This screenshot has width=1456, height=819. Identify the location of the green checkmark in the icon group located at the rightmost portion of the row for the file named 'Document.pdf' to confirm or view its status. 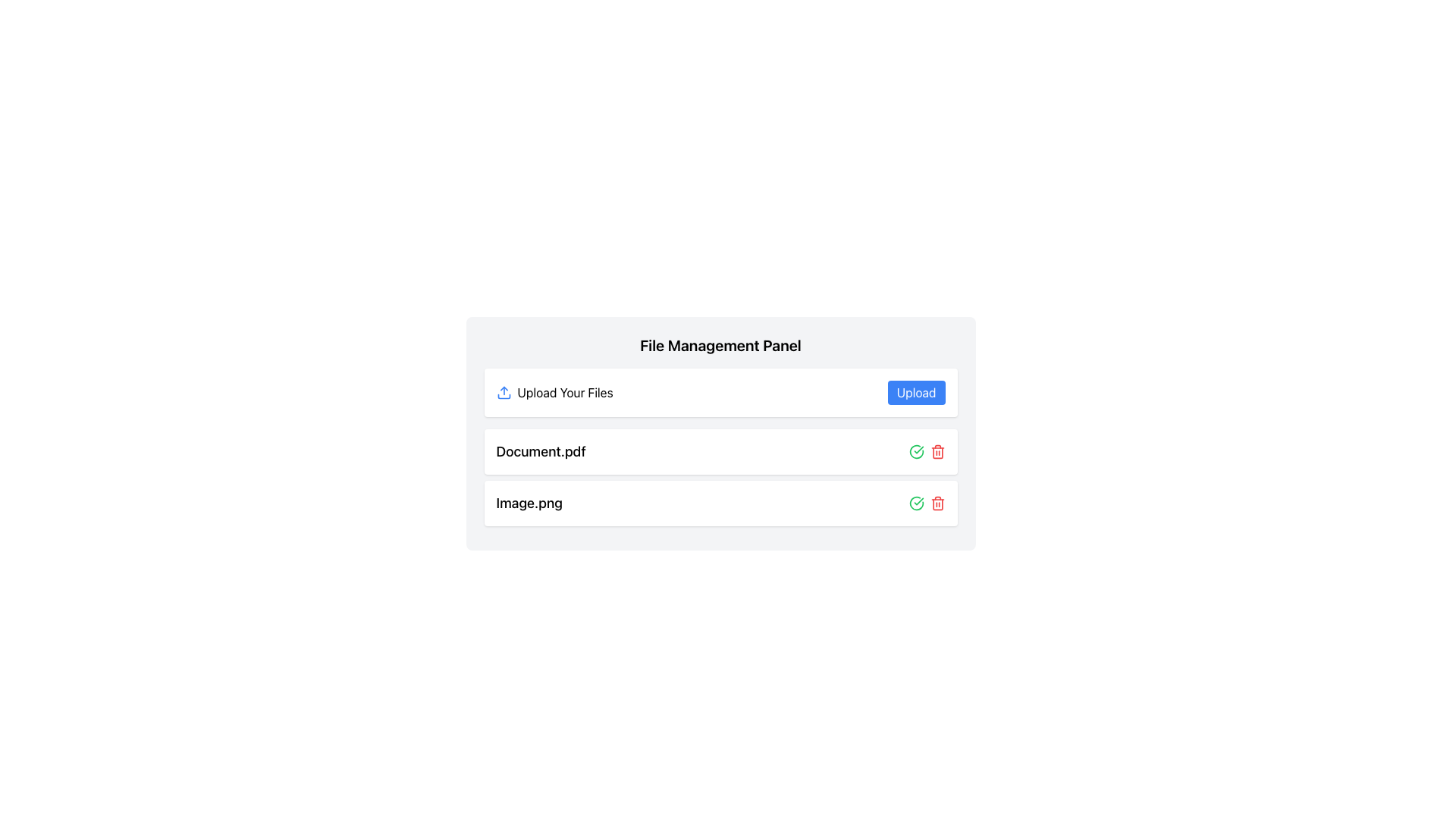
(926, 451).